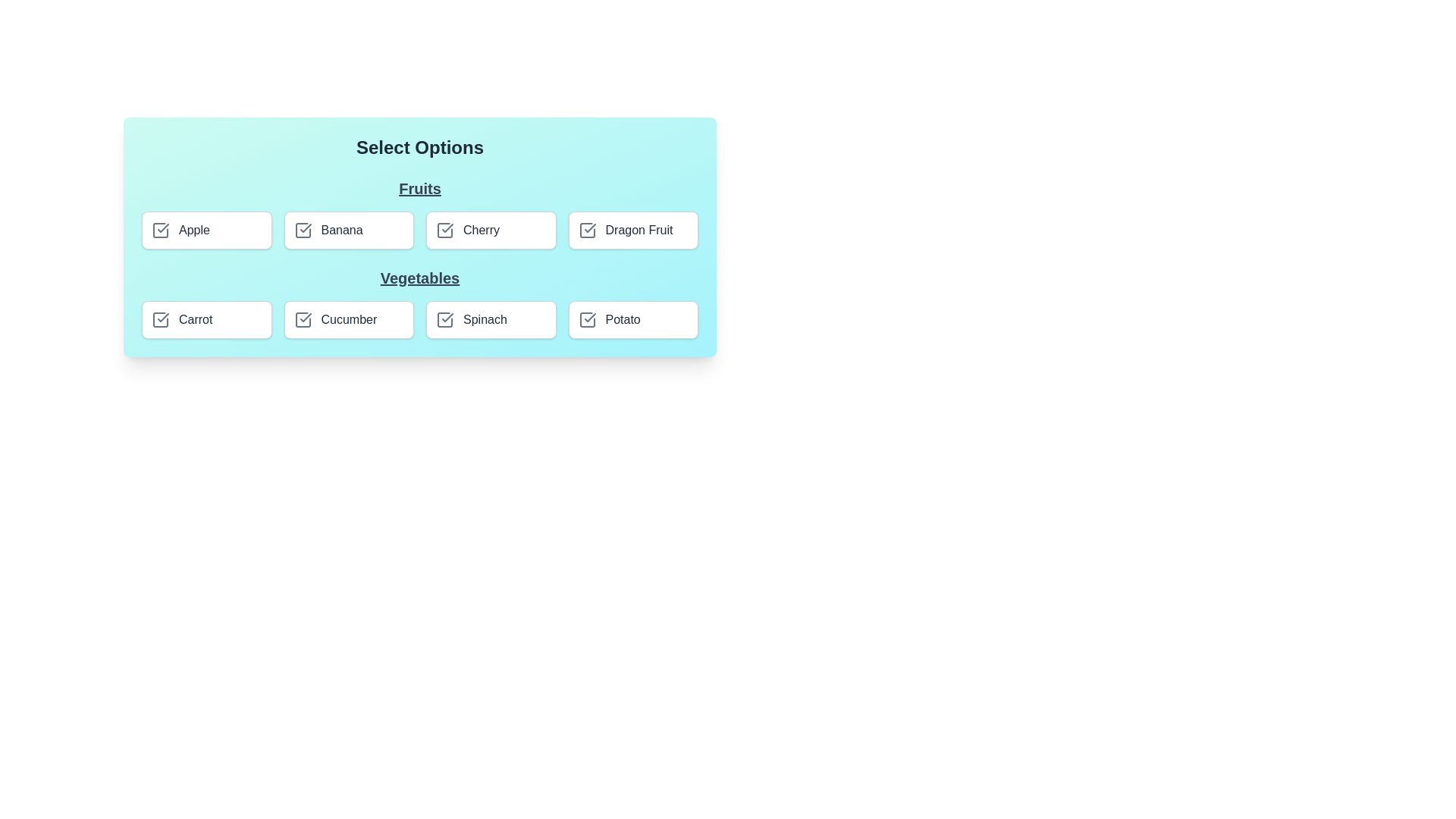  I want to click on the 'Vegetables' section, so click(419, 303).